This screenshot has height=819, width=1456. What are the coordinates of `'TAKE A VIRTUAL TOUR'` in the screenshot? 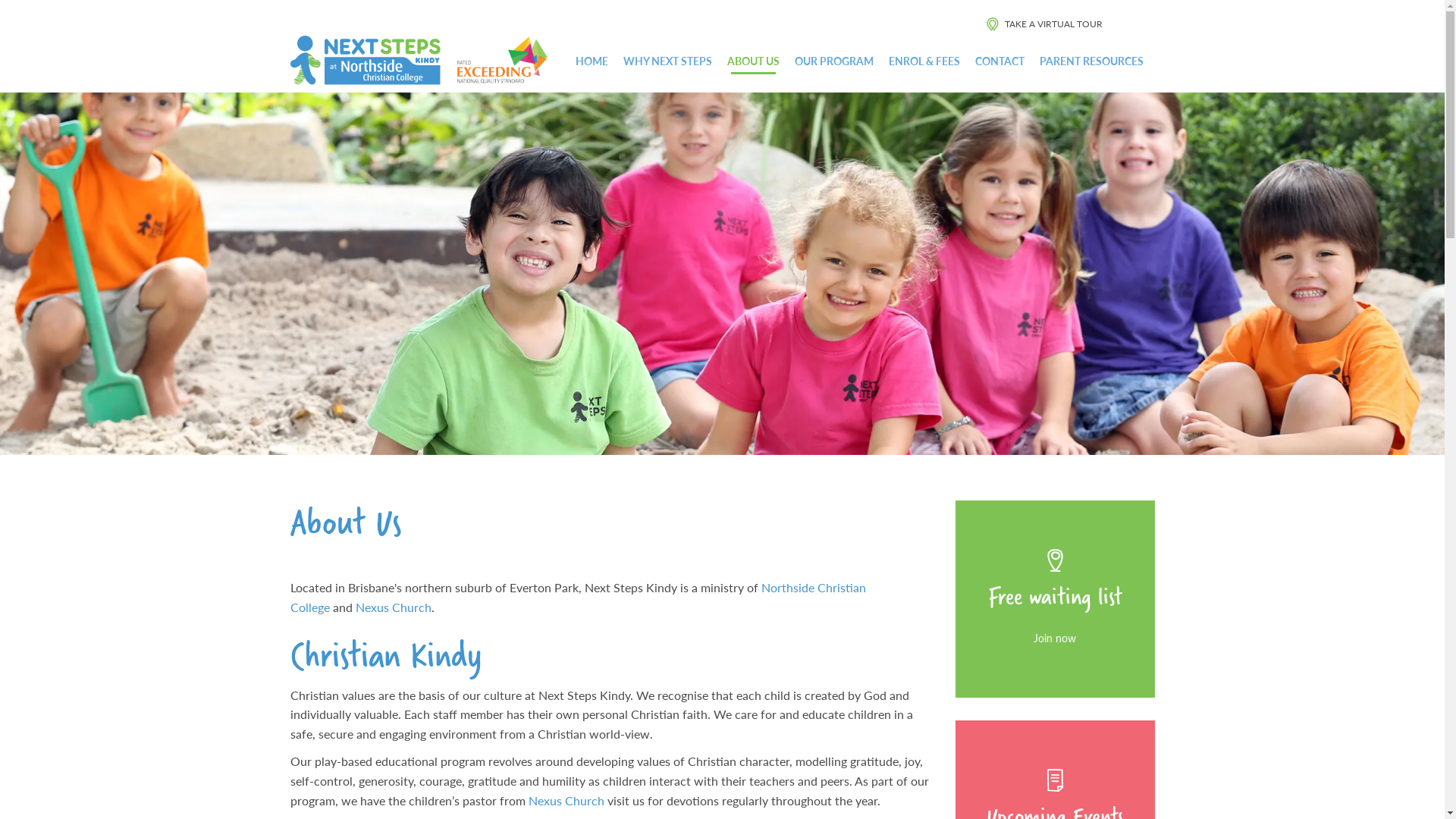 It's located at (1043, 22).